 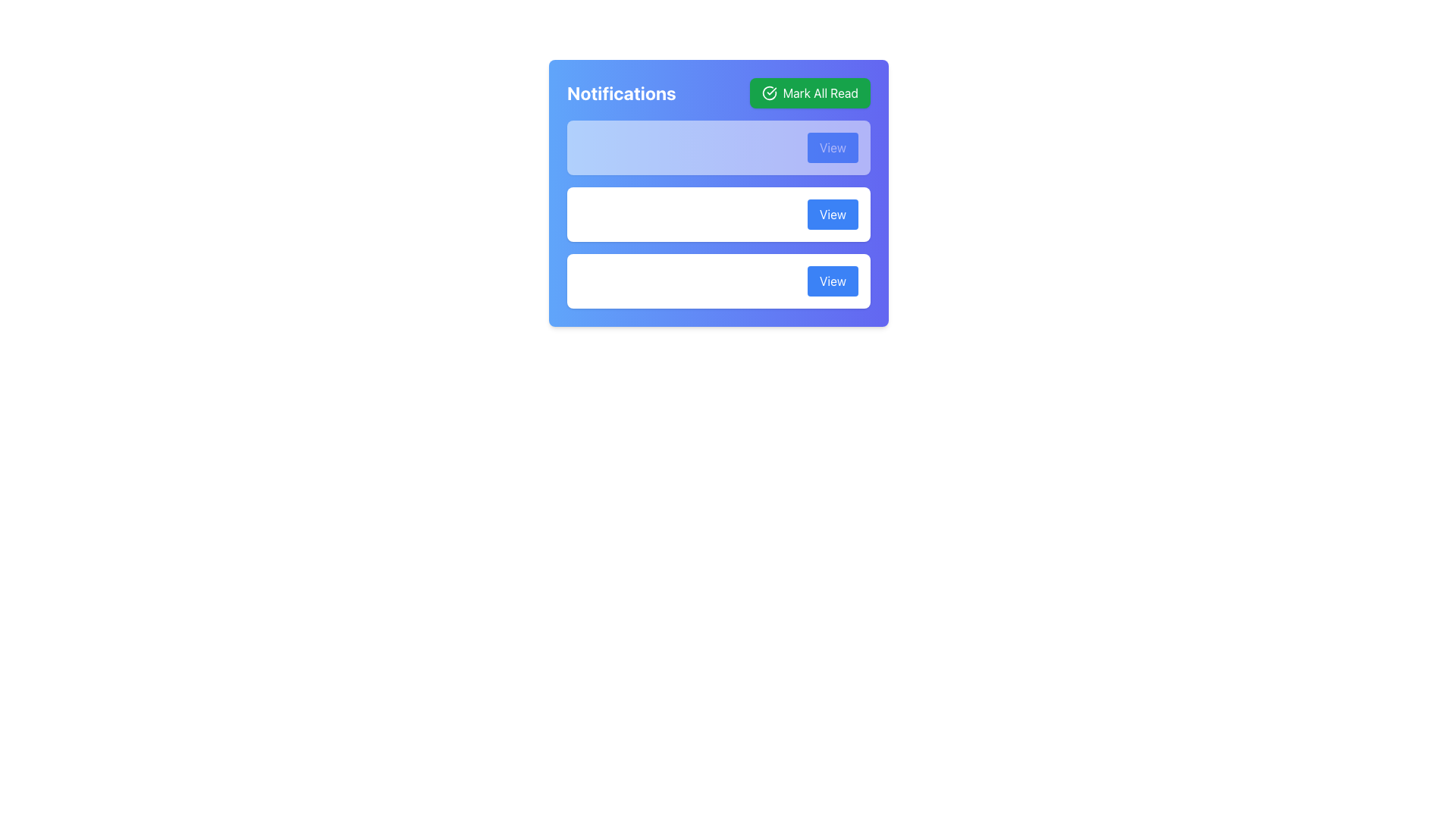 I want to click on the 'View' button with a blue background and white text, located at the top-right corner of the notification item labeled 'New message received', so click(x=832, y=148).